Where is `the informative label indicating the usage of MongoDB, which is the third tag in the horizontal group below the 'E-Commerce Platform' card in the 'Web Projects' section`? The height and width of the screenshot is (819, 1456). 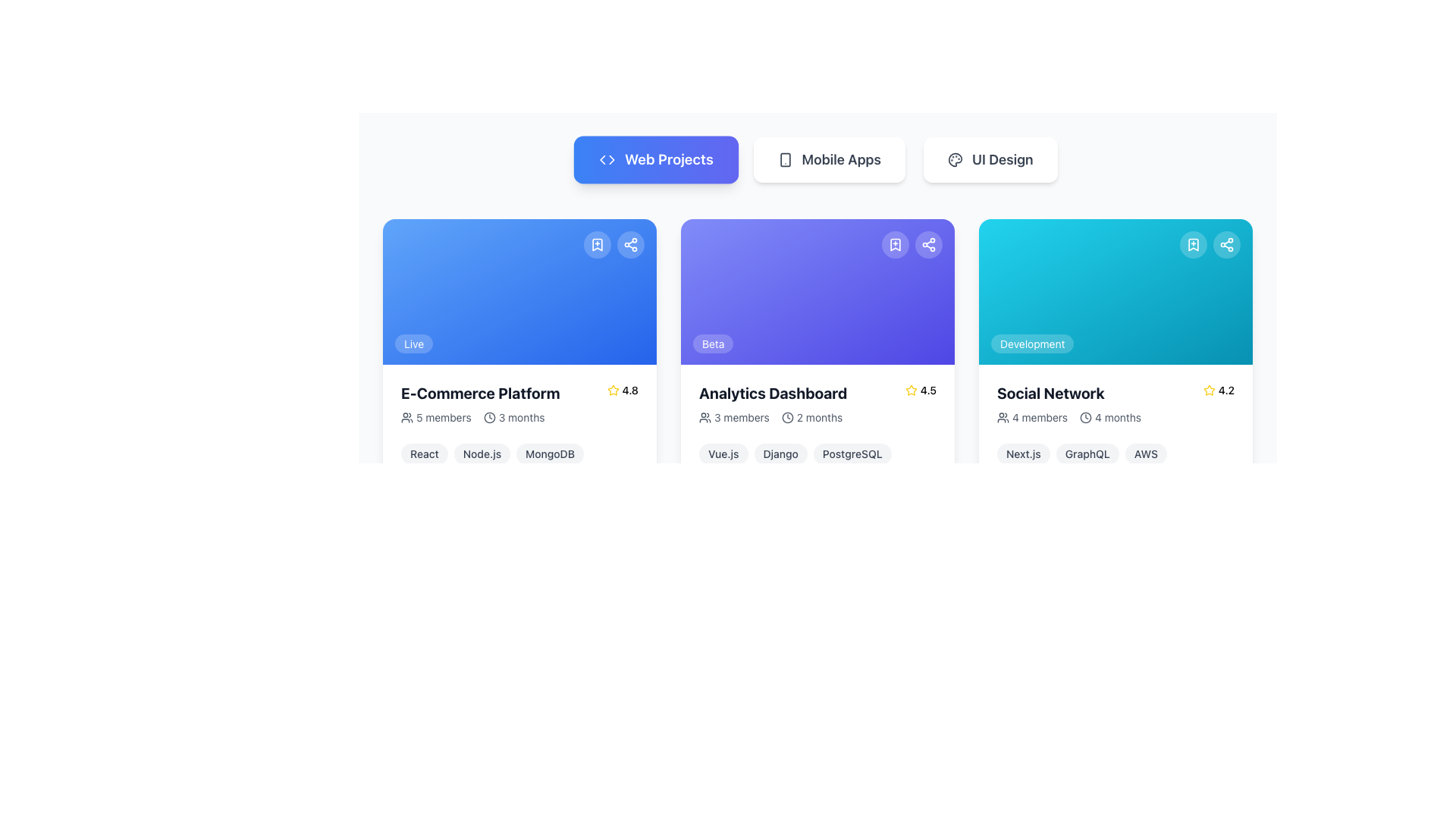
the informative label indicating the usage of MongoDB, which is the third tag in the horizontal group below the 'E-Commerce Platform' card in the 'Web Projects' section is located at coordinates (549, 453).